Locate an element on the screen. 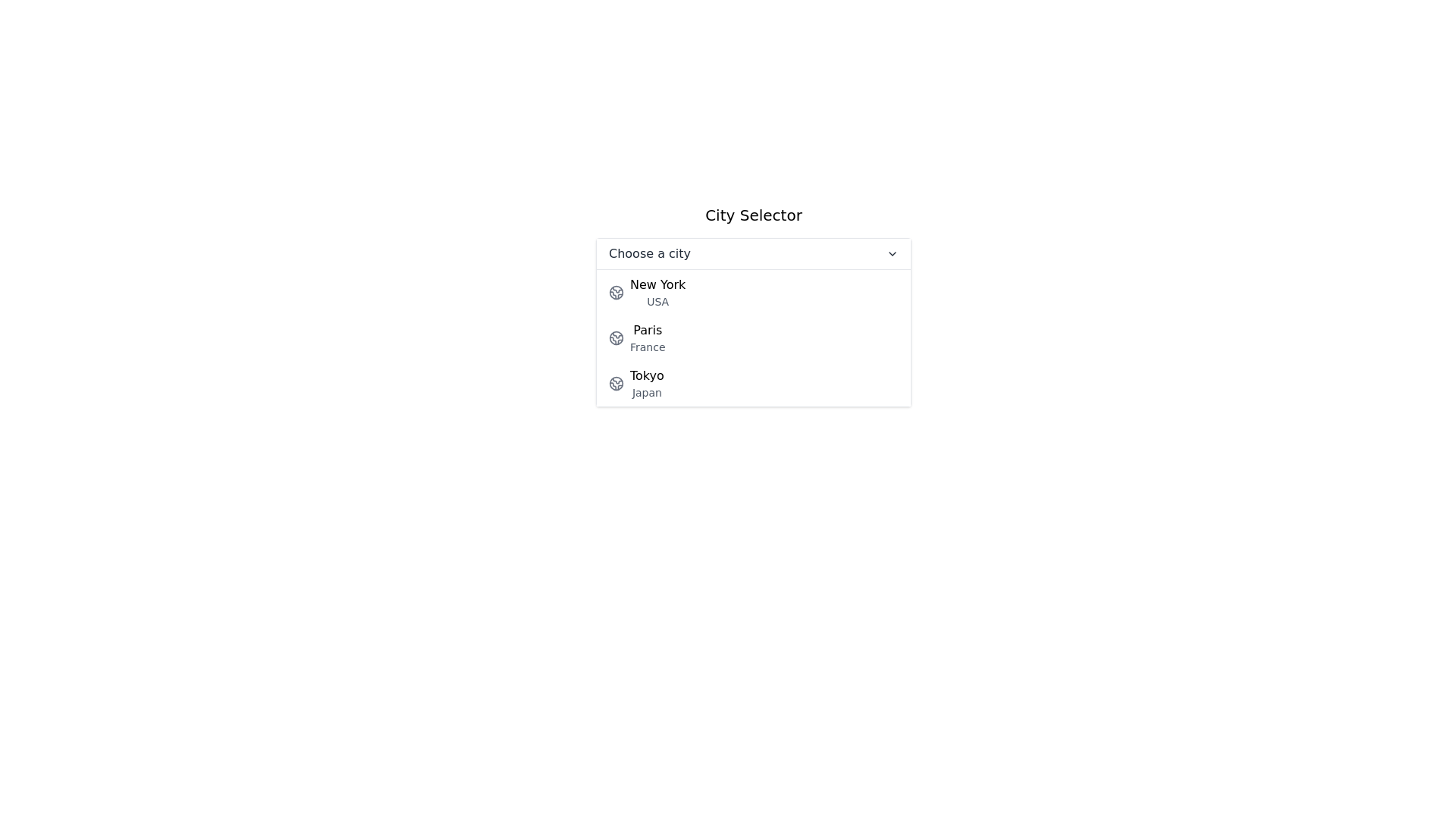 This screenshot has height=819, width=1456. the small circular globe icon, styled with a gray stroke, located to the left of the 'New York' text in the dropdown selection menu is located at coordinates (616, 292).